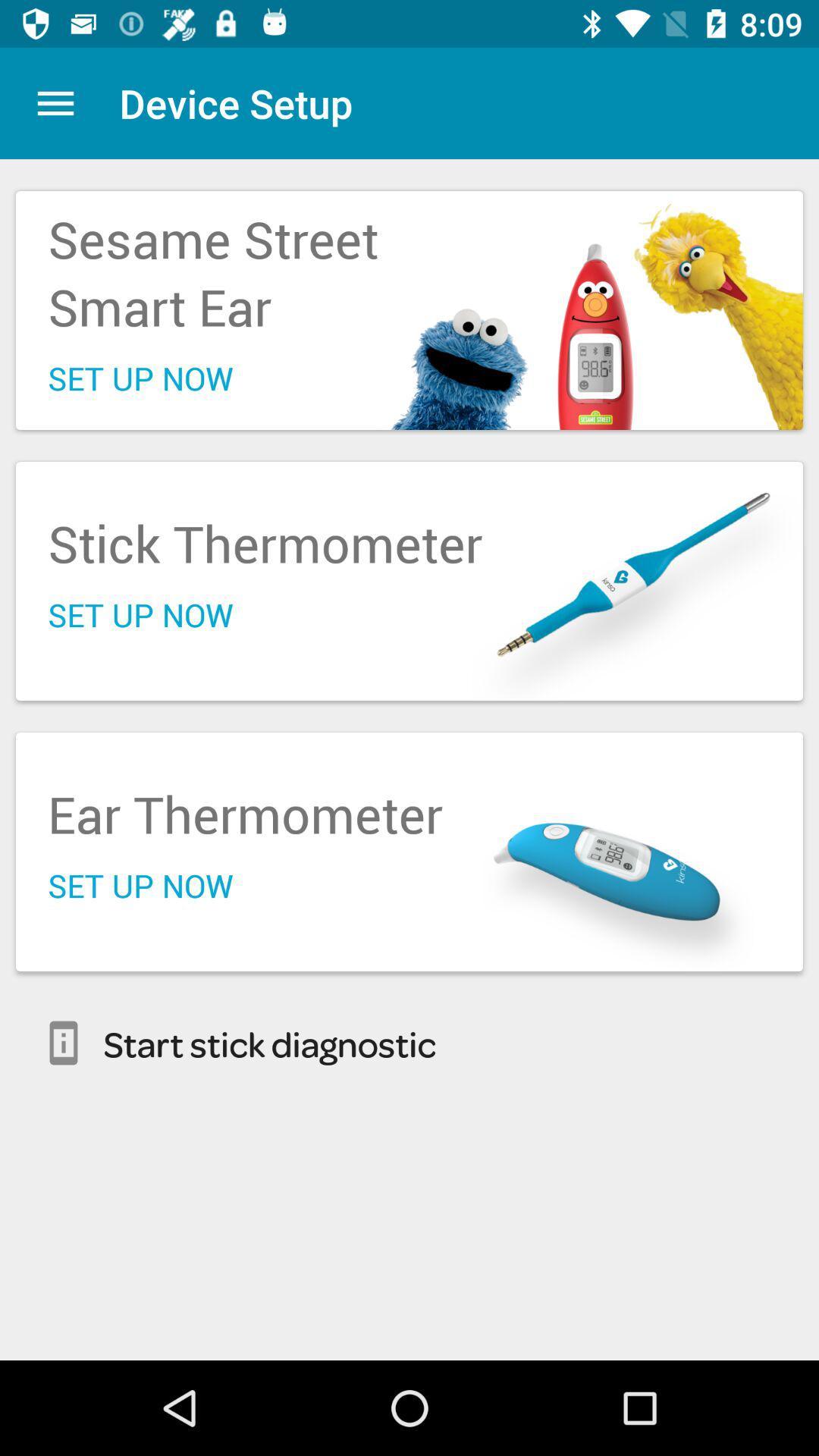 The width and height of the screenshot is (819, 1456). What do you see at coordinates (409, 1042) in the screenshot?
I see `start stick diagnostic item` at bounding box center [409, 1042].